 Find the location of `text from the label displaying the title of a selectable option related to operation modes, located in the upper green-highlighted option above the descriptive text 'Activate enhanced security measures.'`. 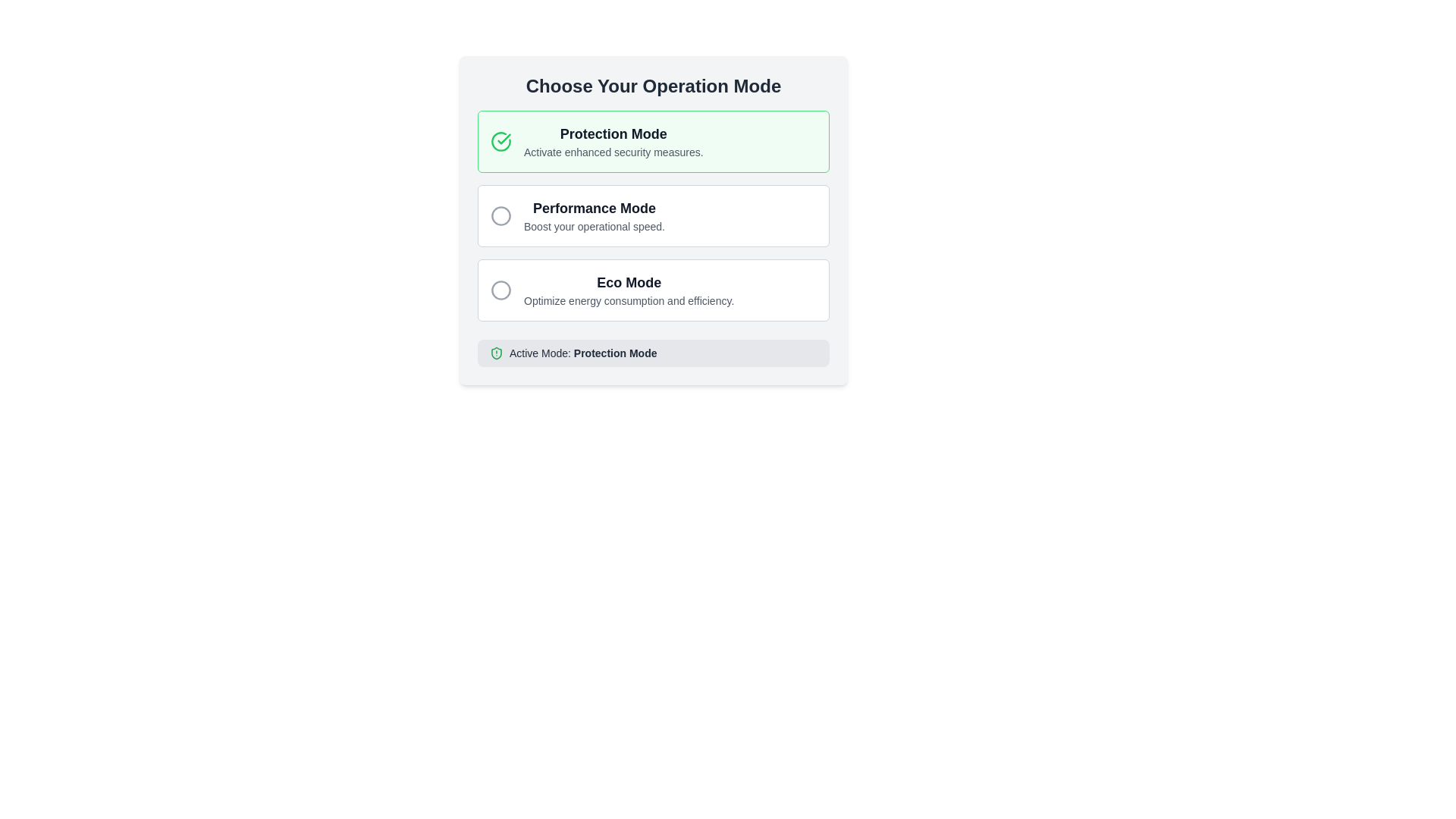

text from the label displaying the title of a selectable option related to operation modes, located in the upper green-highlighted option above the descriptive text 'Activate enhanced security measures.' is located at coordinates (613, 133).